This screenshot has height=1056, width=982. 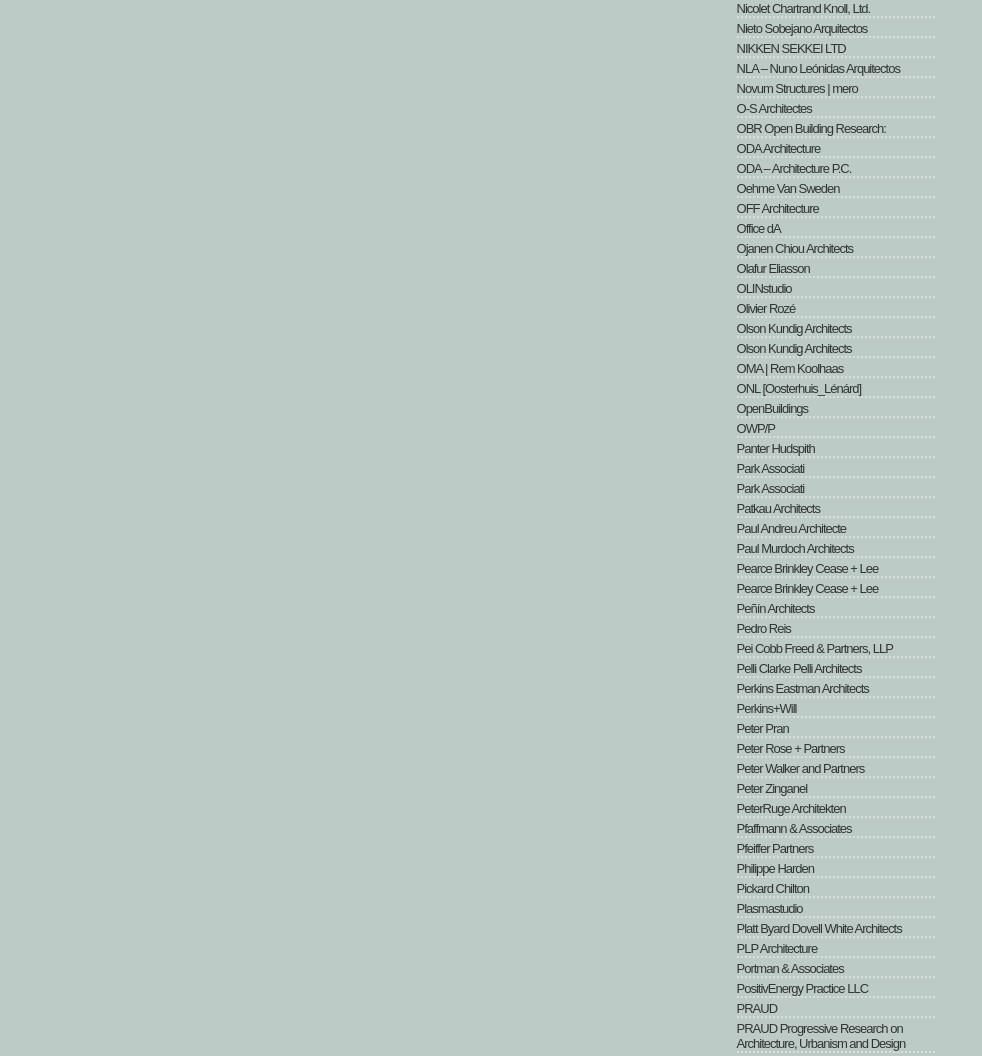 I want to click on 'NLA – Nuno Leónidas Arquitectos', so click(x=817, y=67).